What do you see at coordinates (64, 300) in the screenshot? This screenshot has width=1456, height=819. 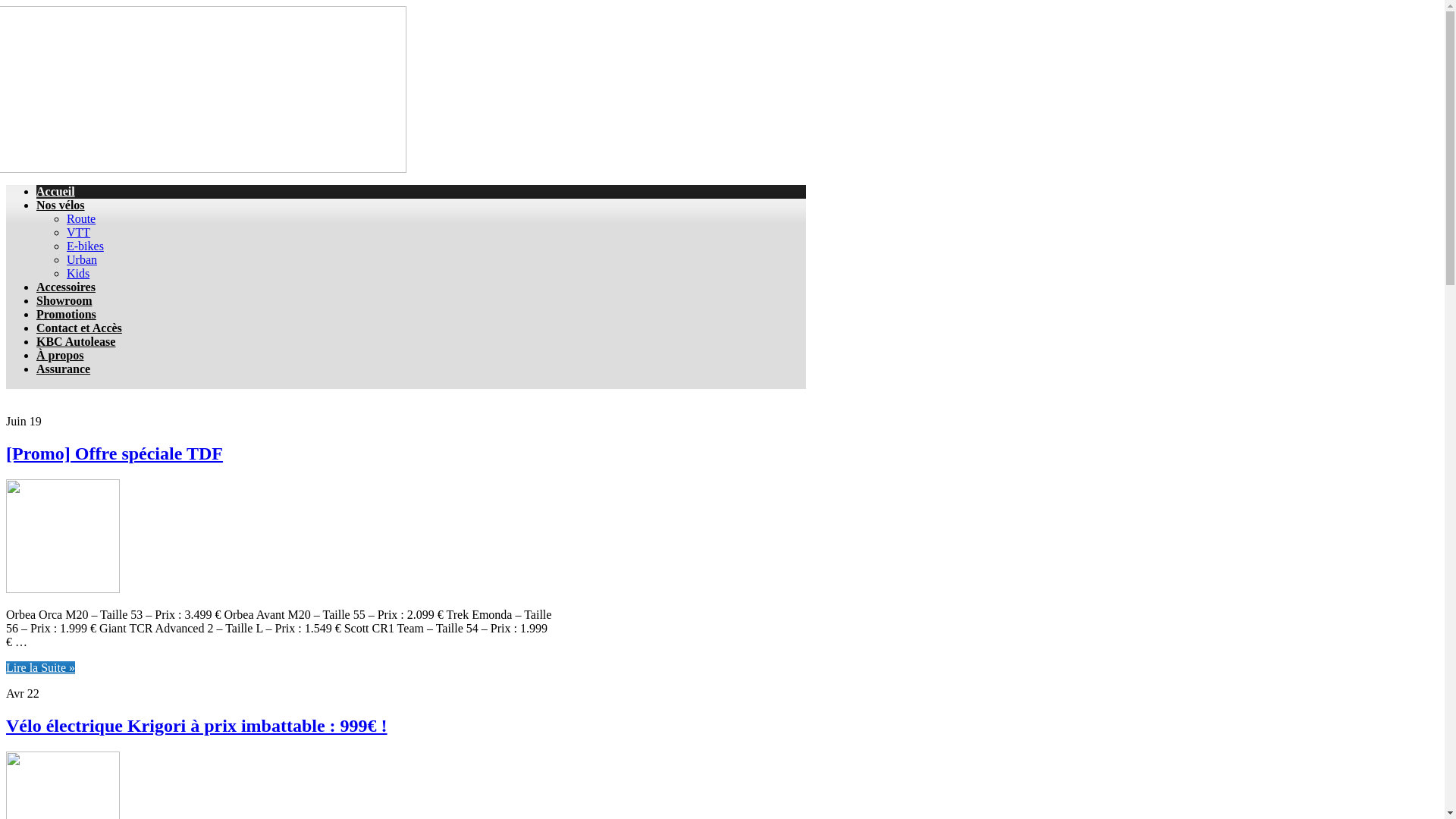 I see `'Showroom'` at bounding box center [64, 300].